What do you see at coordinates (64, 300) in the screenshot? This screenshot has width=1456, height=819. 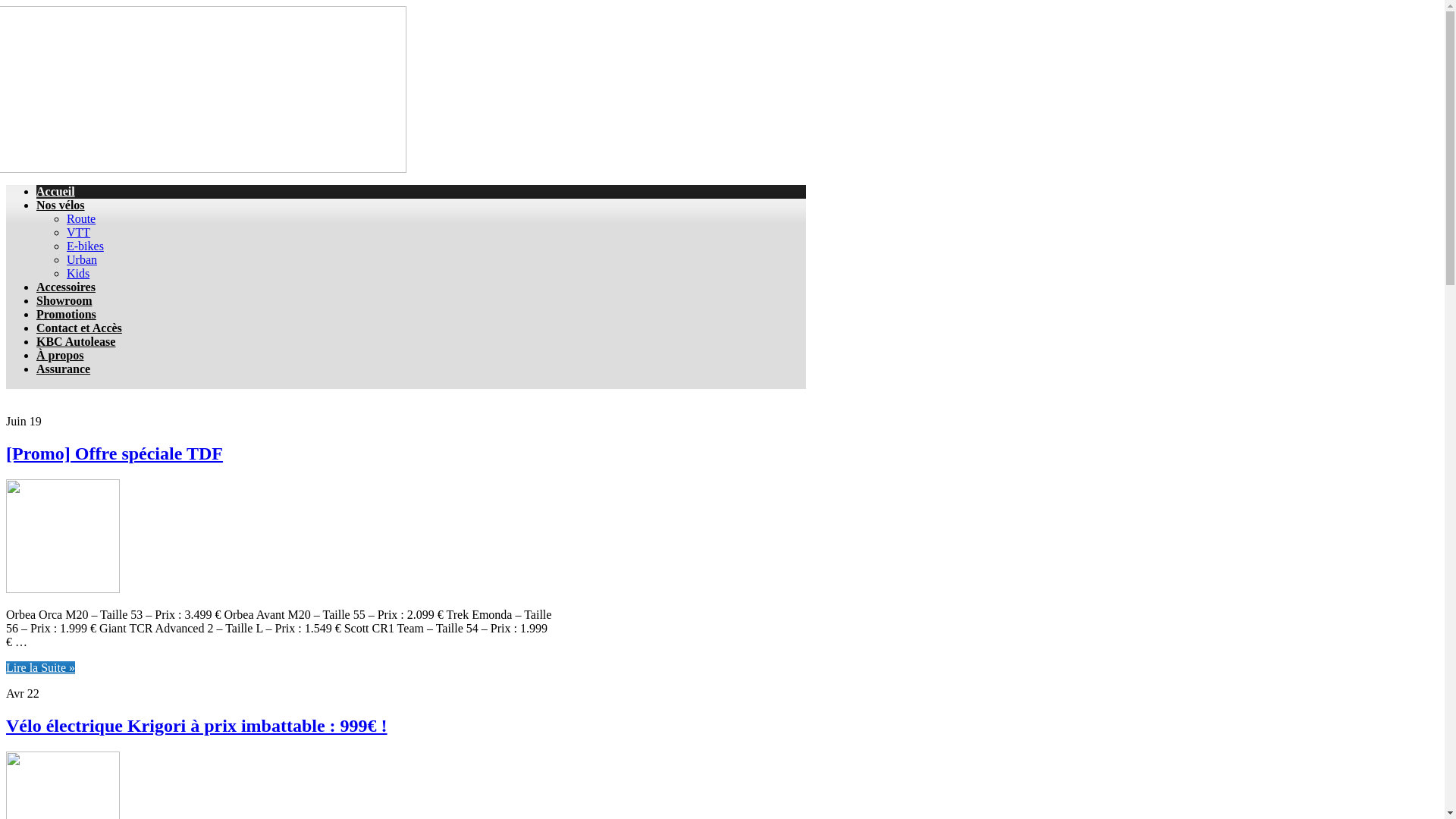 I see `'Showroom'` at bounding box center [64, 300].